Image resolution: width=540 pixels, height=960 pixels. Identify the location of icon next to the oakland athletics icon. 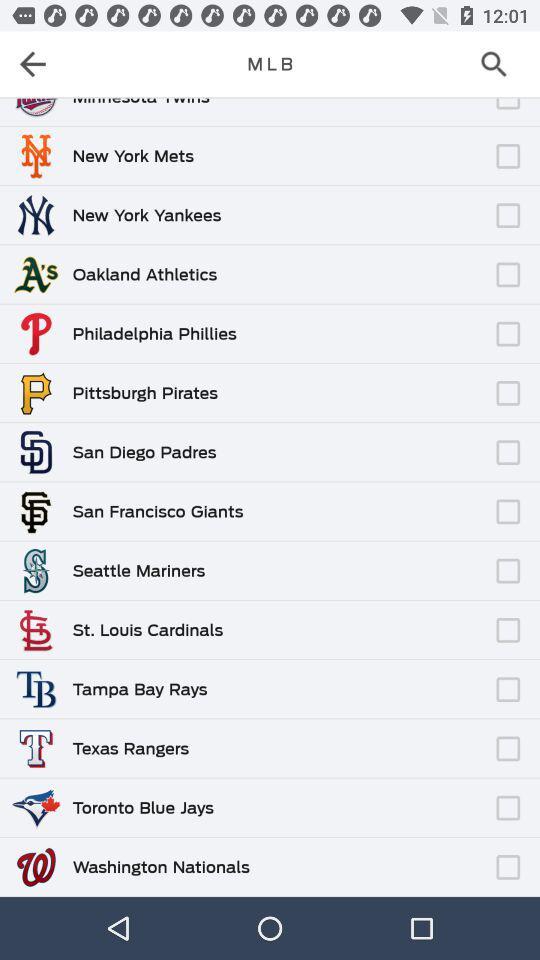
(352, 264).